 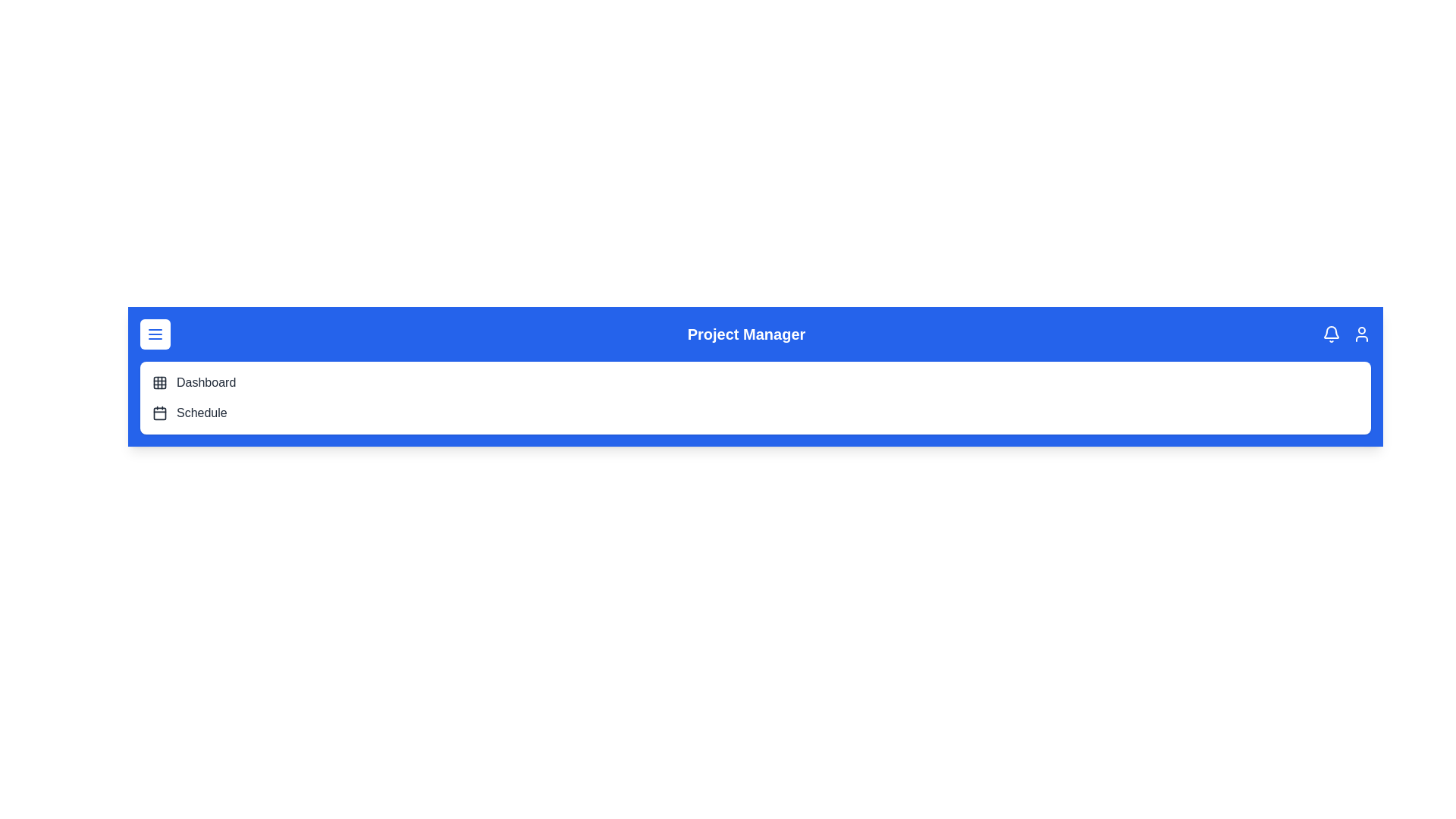 I want to click on the 'Schedule' menu item, so click(x=200, y=413).